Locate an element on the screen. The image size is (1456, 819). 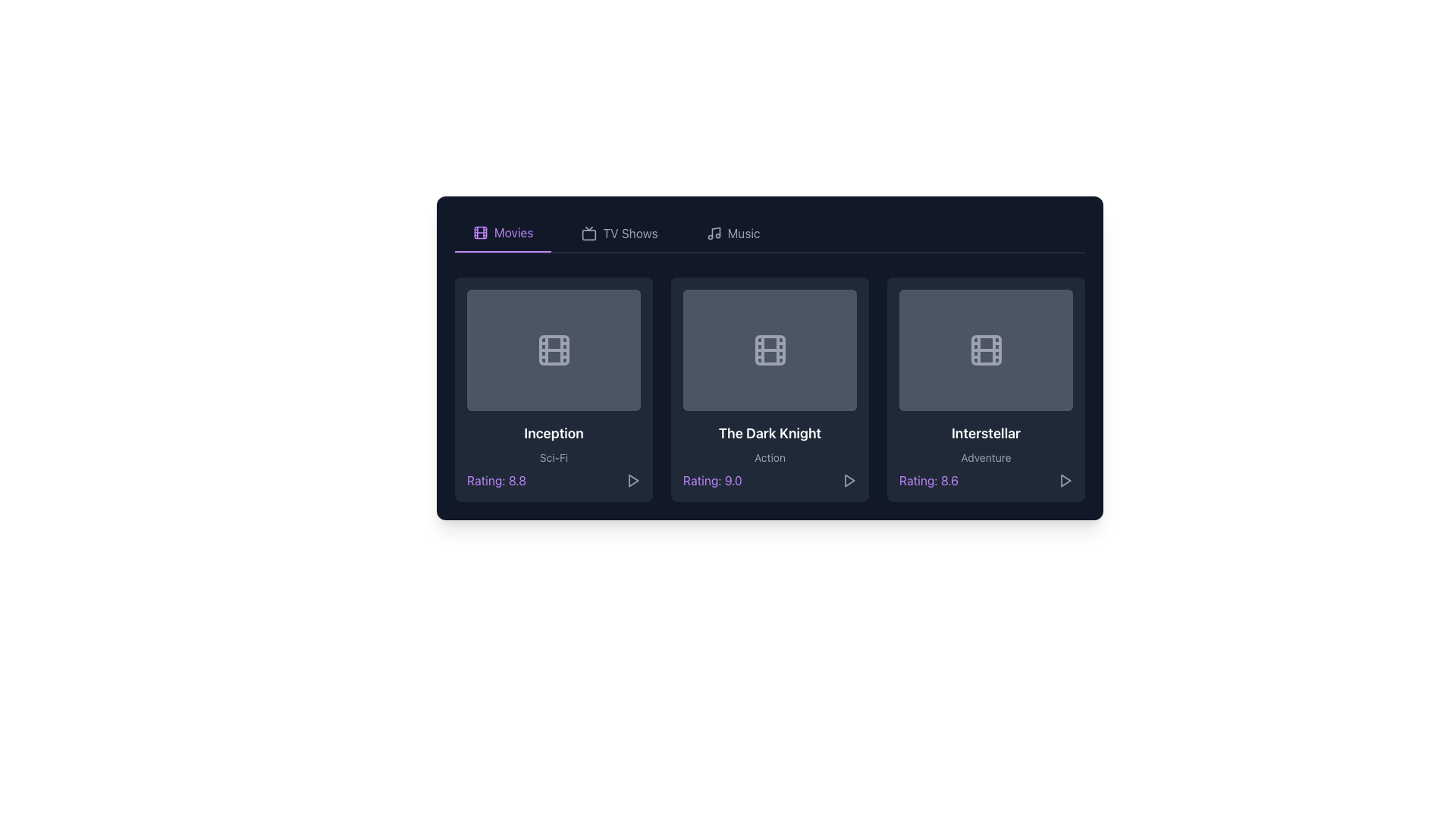
the movie card titled 'Interstellar', which is the third card in the grid within the 'Movies' section is located at coordinates (986, 388).